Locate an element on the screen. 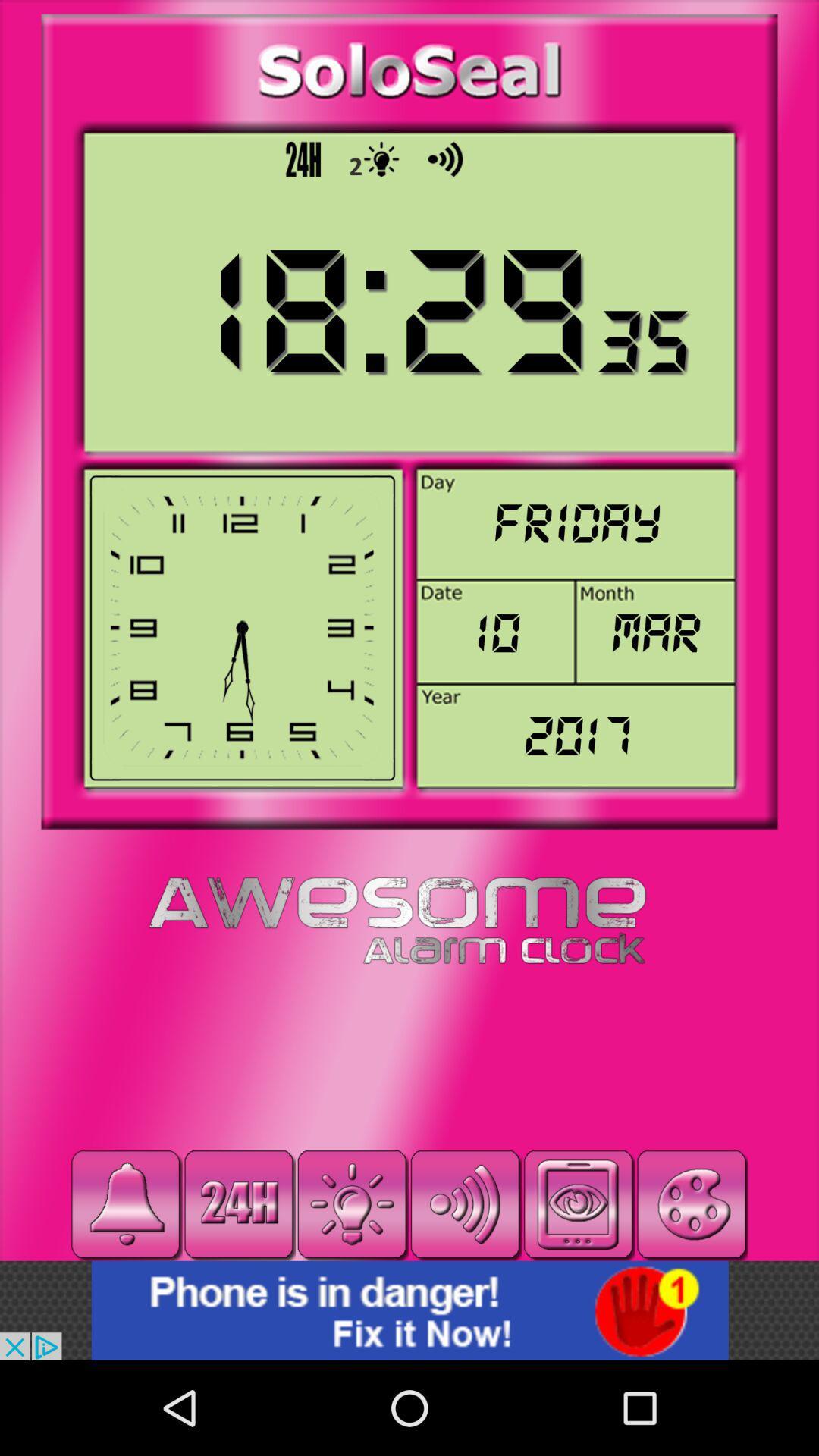 The width and height of the screenshot is (819, 1456). settings is located at coordinates (352, 1203).